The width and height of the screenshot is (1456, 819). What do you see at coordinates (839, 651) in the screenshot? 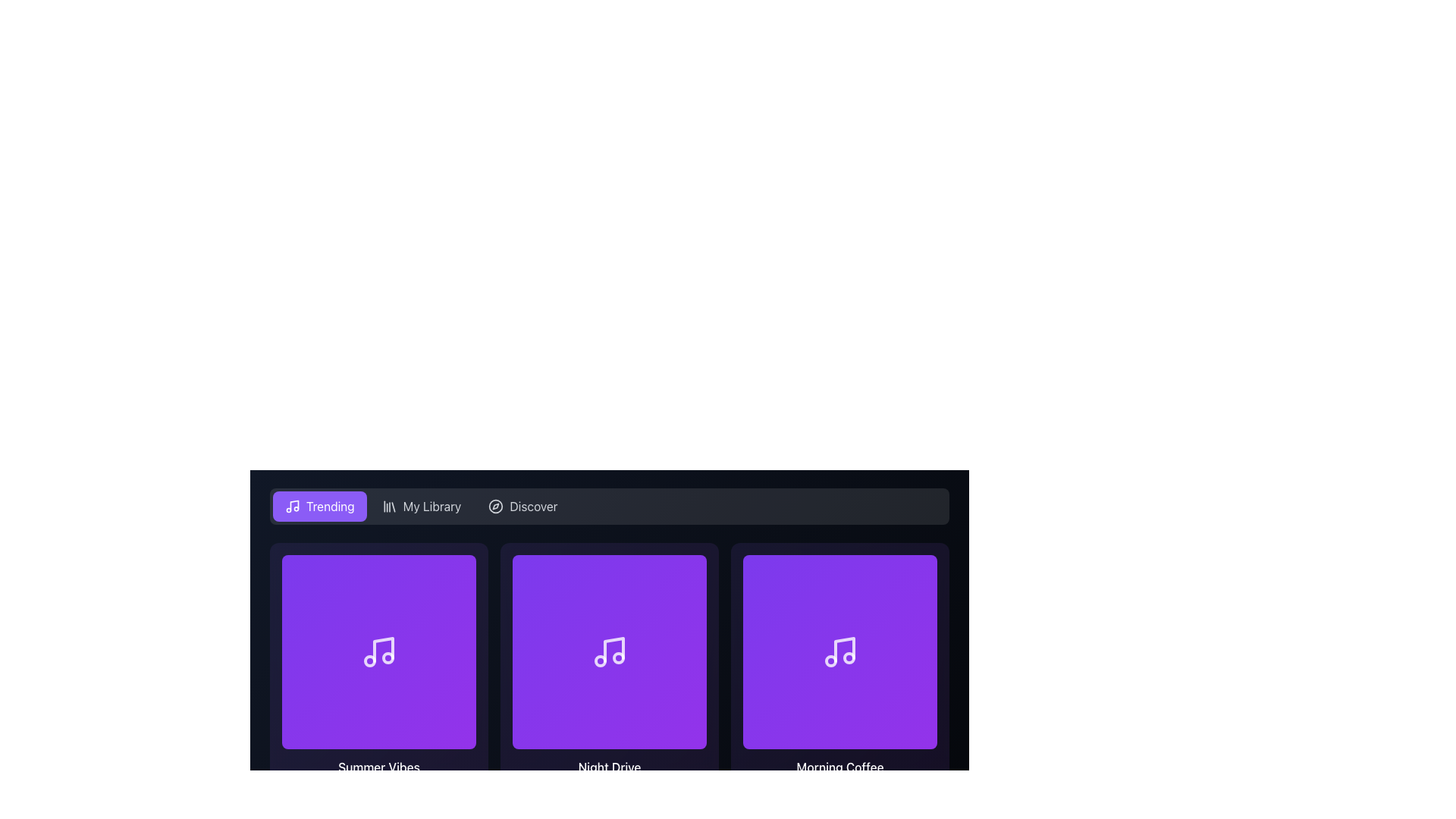
I see `the white music note icon with two connected circular notes, which is located on a vibrant purple background under the 'Morning Coffee' label` at bounding box center [839, 651].